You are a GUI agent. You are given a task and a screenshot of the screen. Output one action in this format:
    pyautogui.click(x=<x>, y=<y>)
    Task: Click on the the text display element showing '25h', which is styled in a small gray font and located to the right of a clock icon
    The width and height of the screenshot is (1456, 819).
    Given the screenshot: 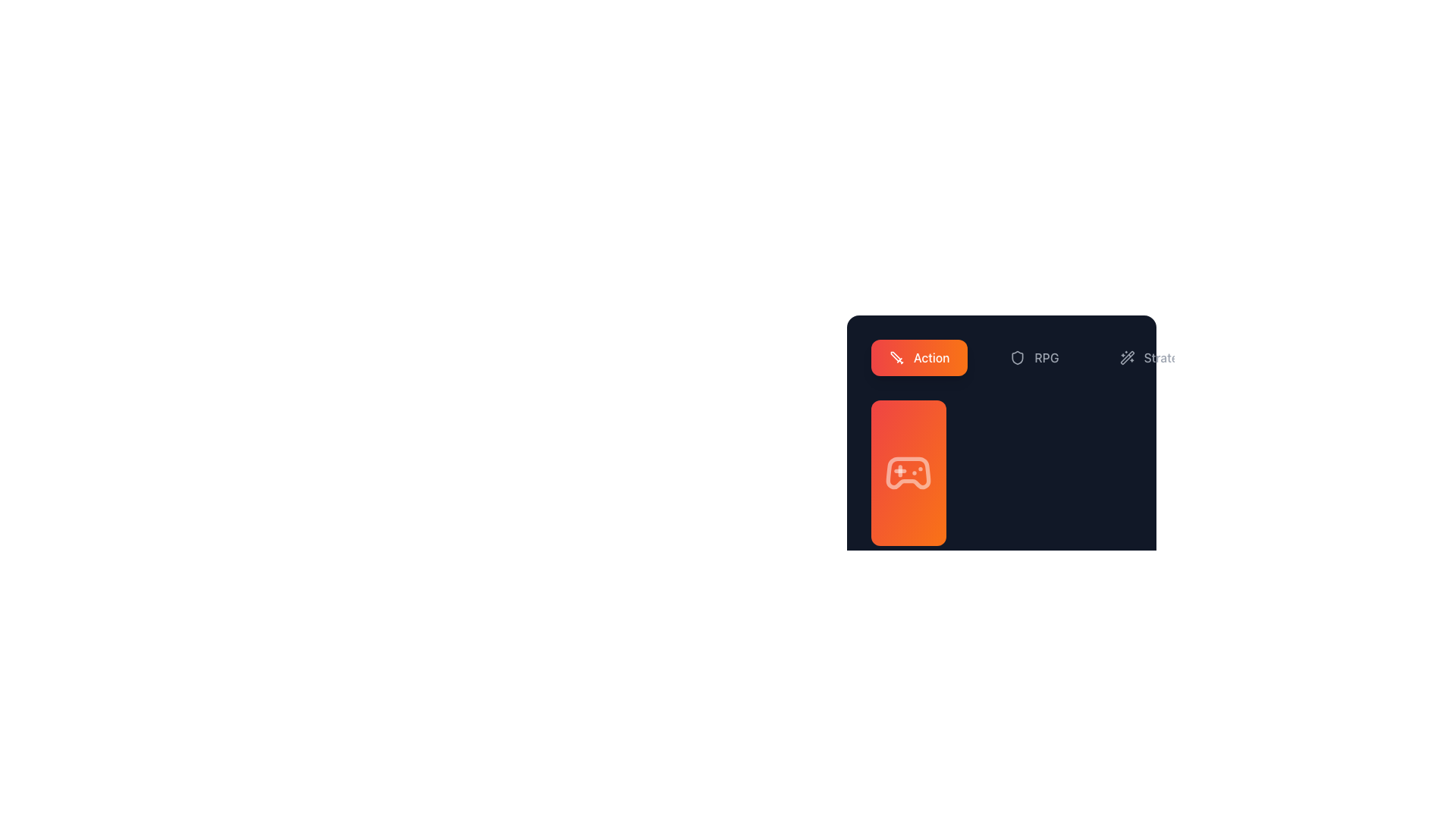 What is the action you would take?
    pyautogui.click(x=908, y=467)
    